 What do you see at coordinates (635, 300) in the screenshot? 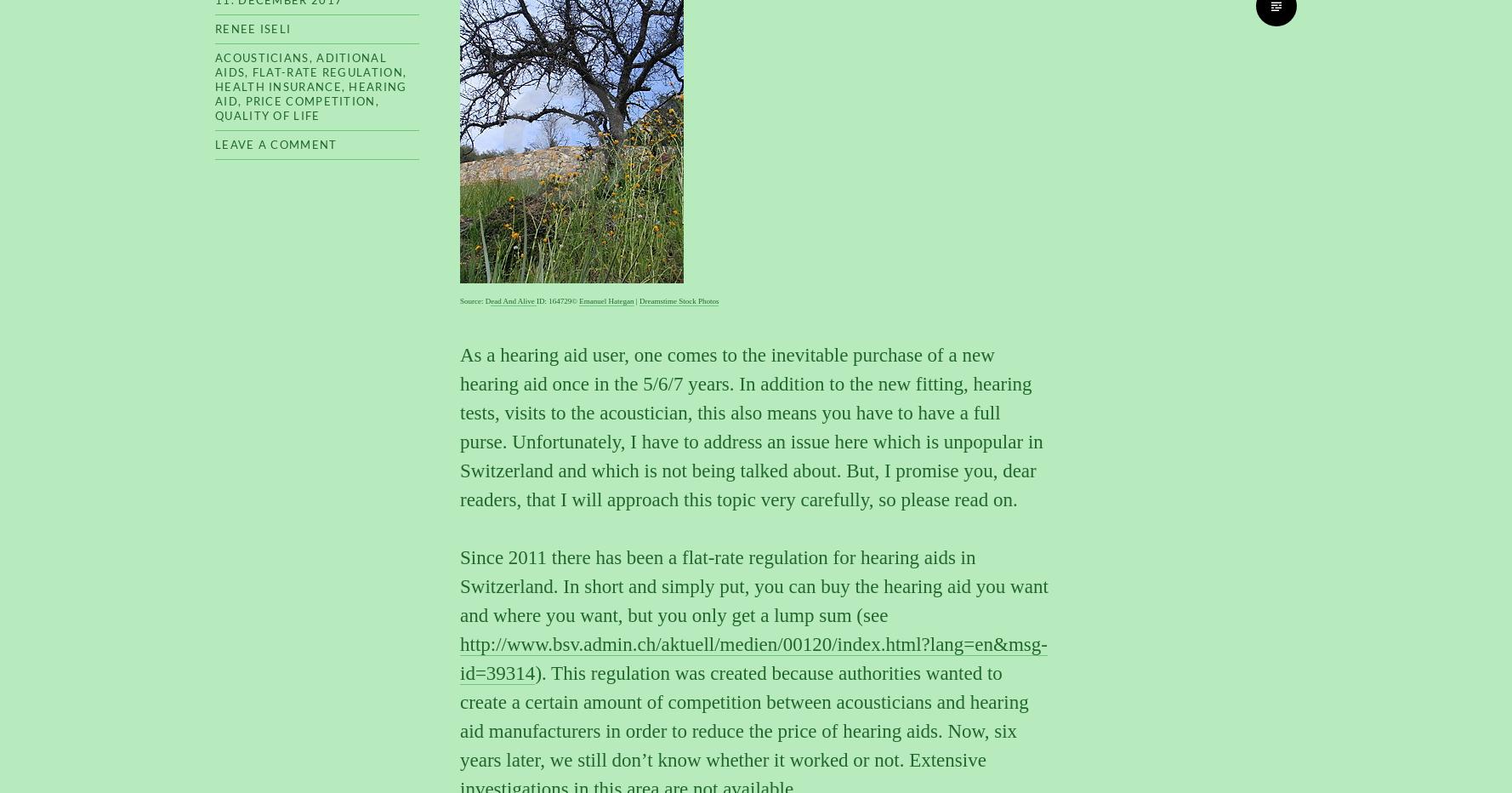
I see `'|'` at bounding box center [635, 300].